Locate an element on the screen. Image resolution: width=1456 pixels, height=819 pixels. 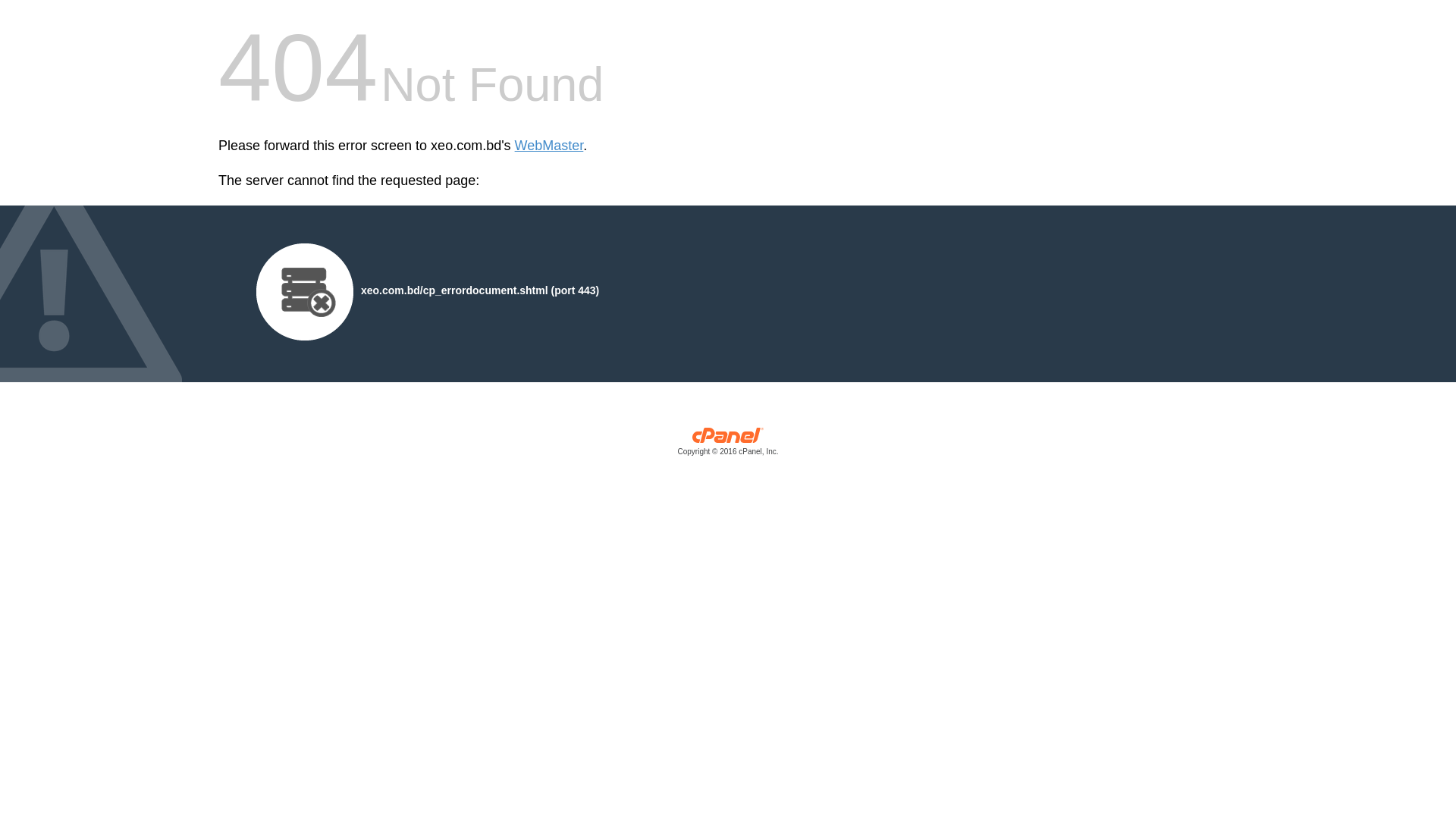
'WebMaster' is located at coordinates (548, 146).